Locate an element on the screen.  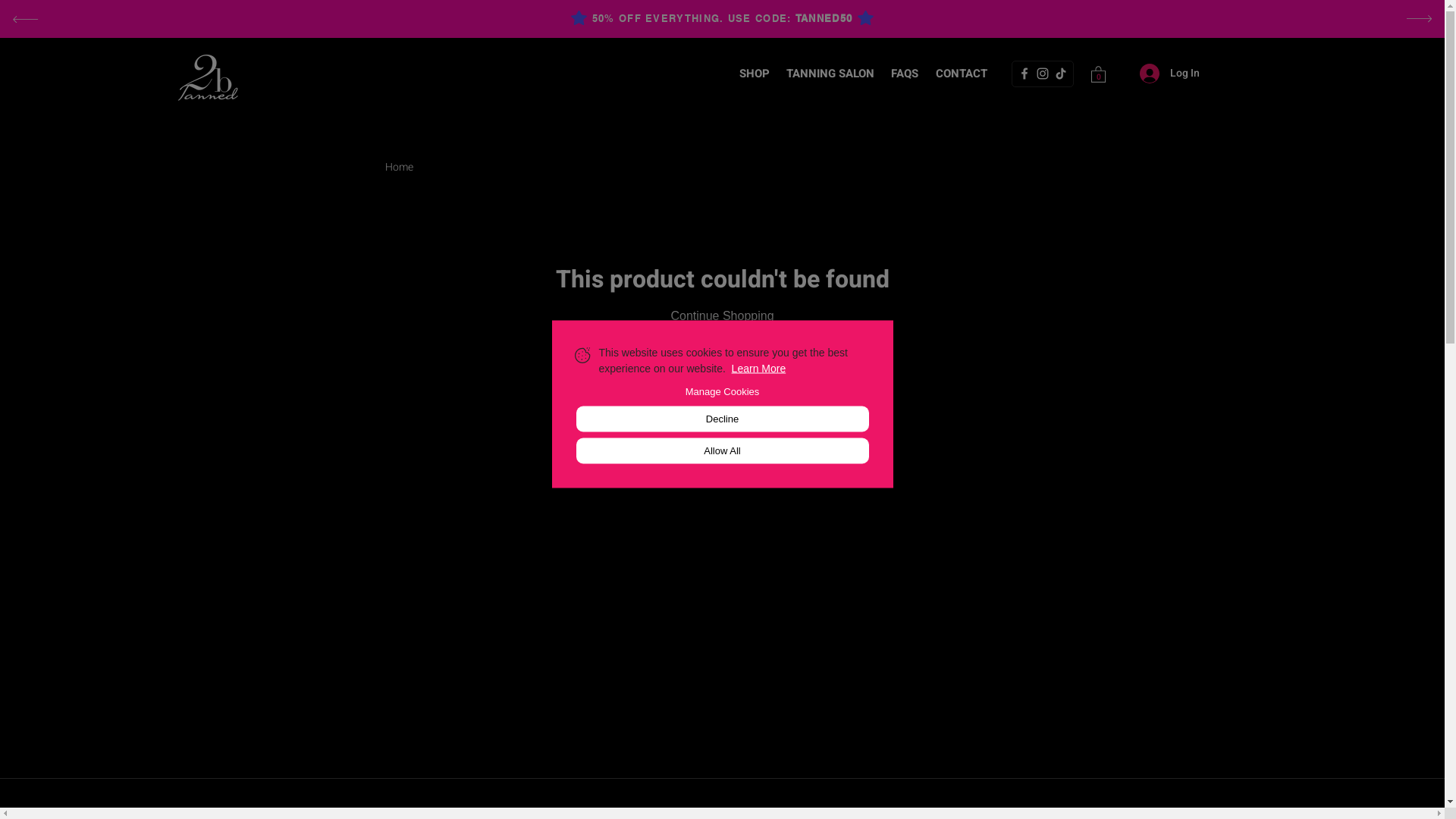
'FAQS' is located at coordinates (905, 73).